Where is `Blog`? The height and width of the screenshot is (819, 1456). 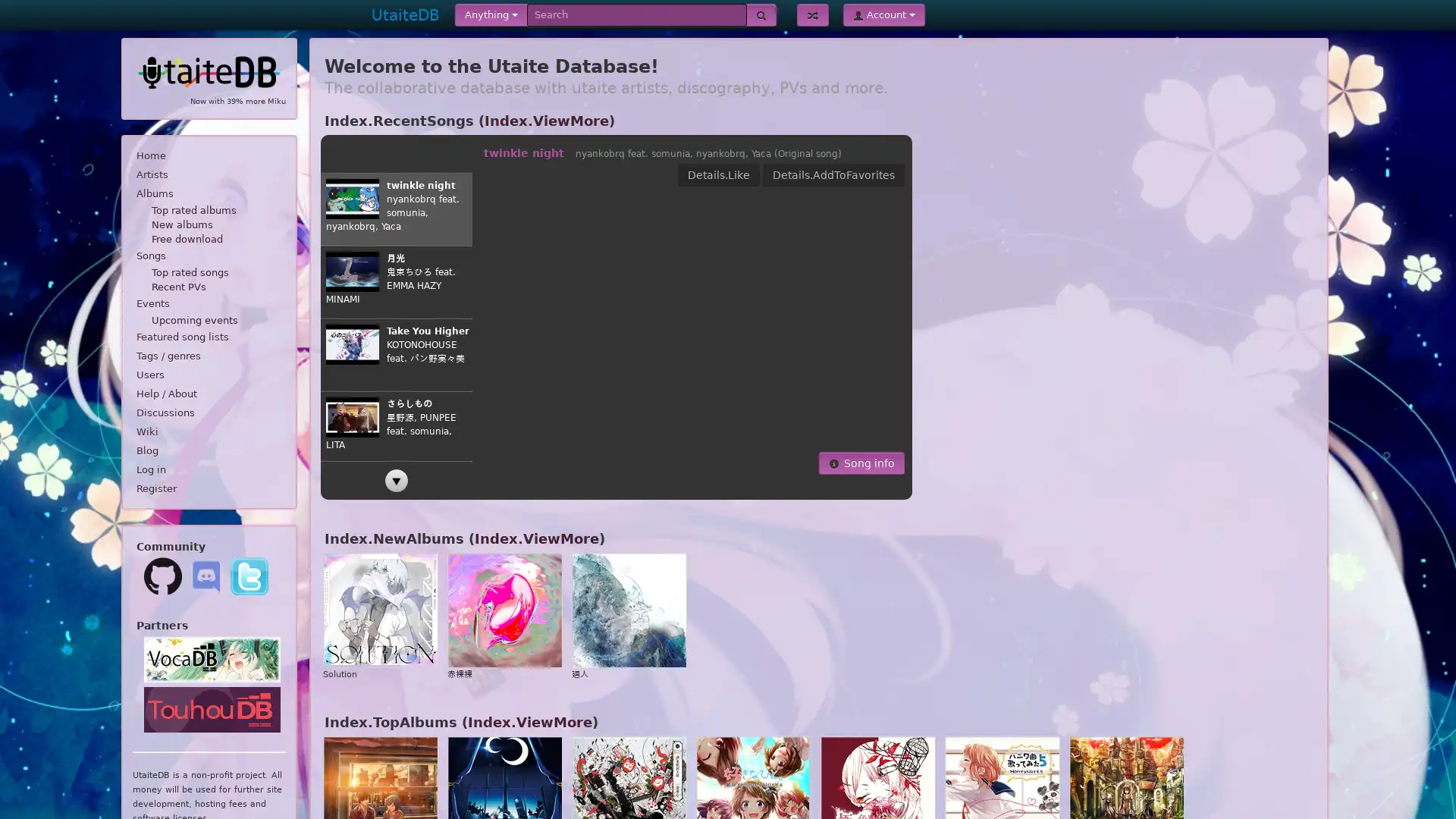
Blog is located at coordinates (208, 450).